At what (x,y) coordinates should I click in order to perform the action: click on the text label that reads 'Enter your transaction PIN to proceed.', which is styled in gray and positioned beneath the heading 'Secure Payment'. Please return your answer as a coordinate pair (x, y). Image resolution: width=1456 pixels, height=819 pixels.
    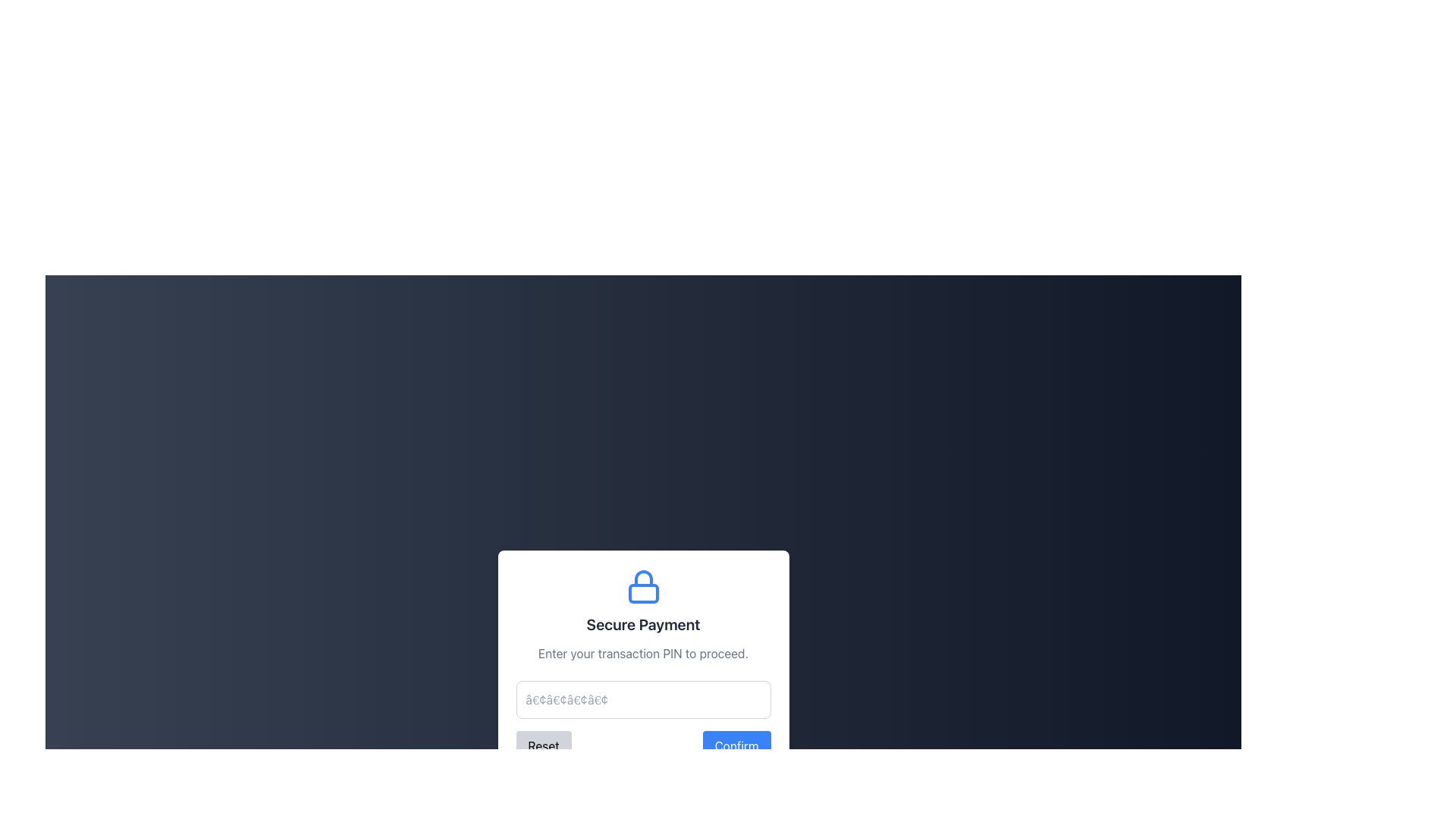
    Looking at the image, I should click on (643, 652).